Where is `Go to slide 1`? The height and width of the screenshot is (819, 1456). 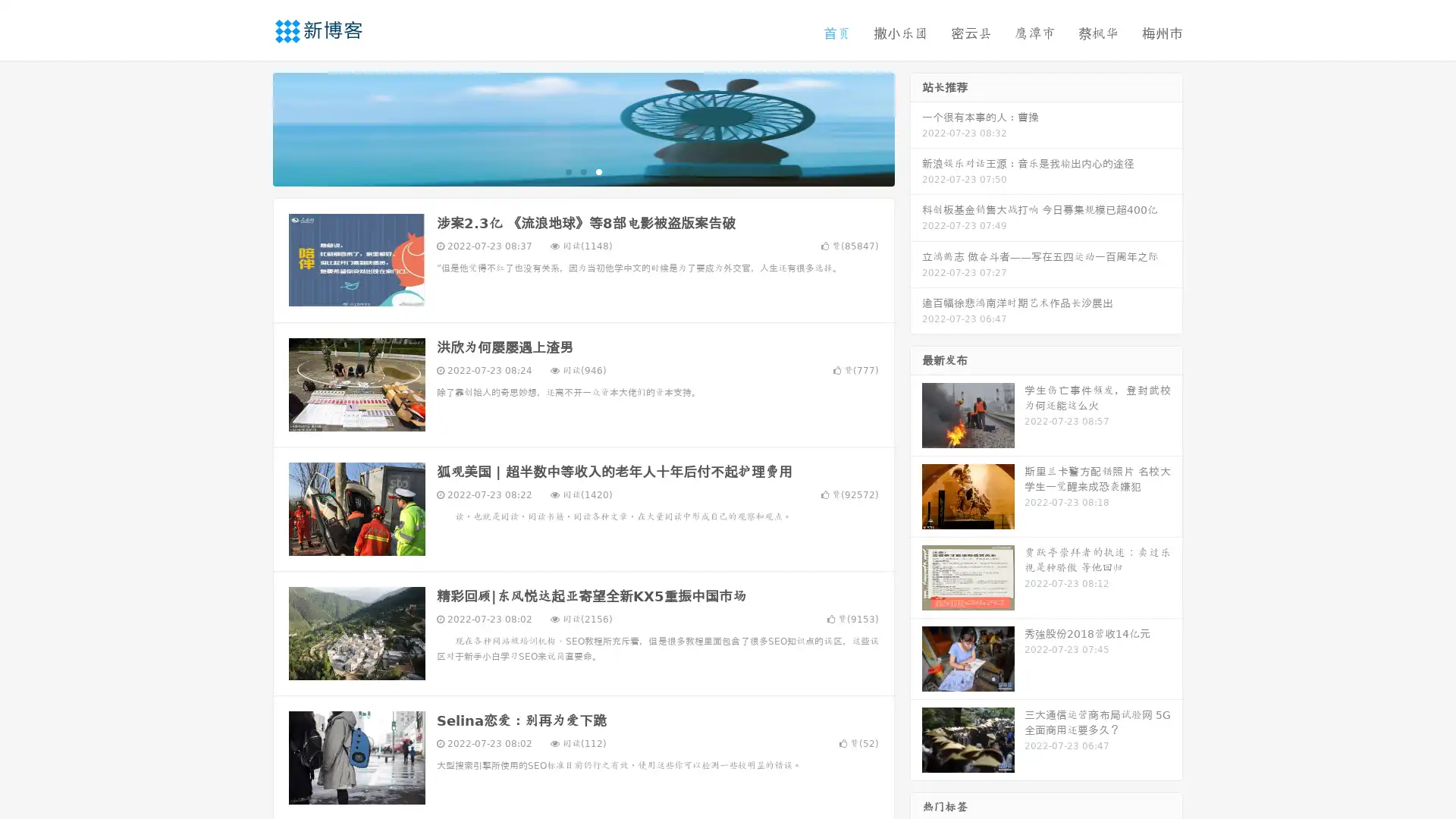
Go to slide 1 is located at coordinates (567, 171).